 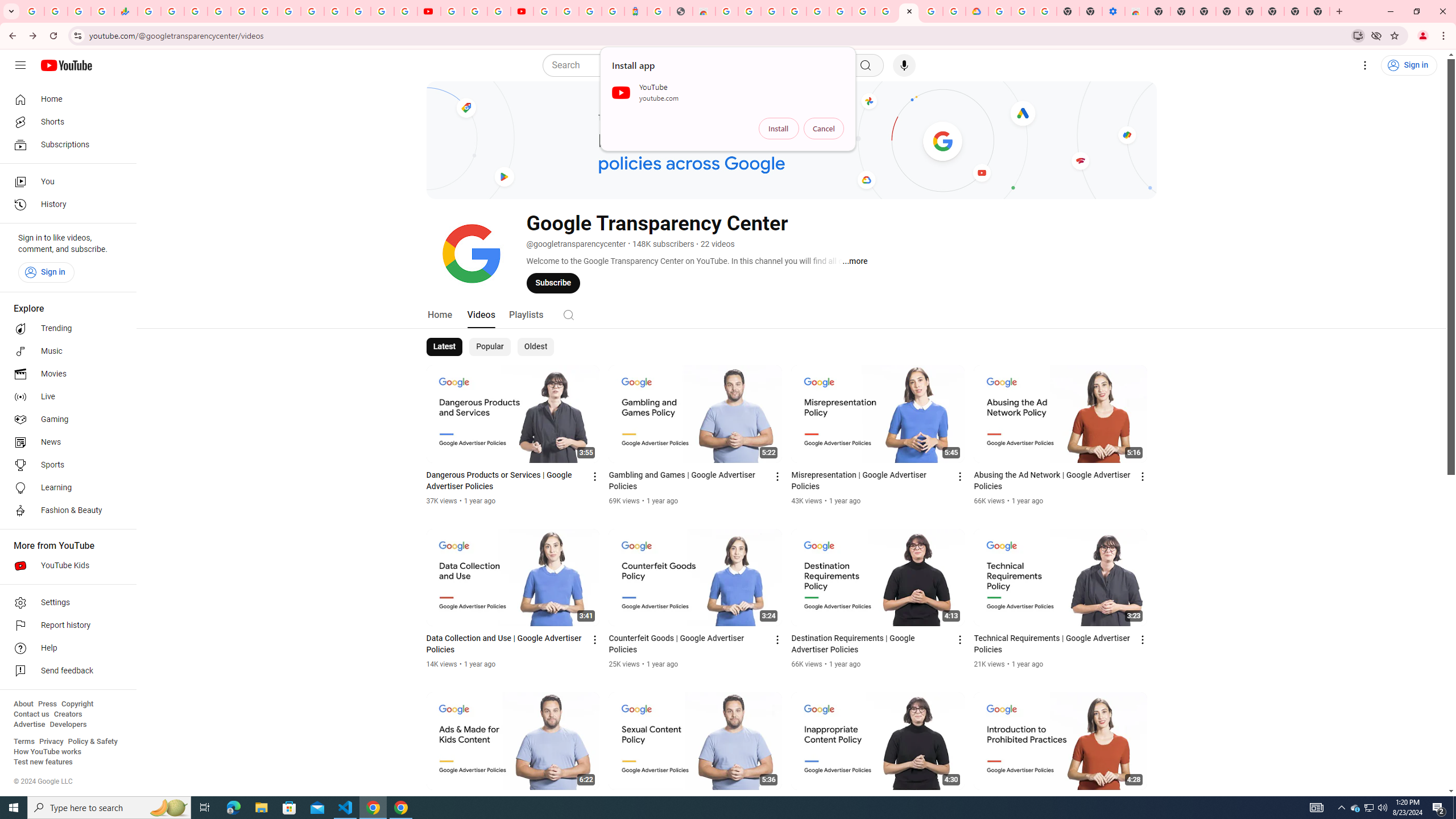 I want to click on 'Subscribe', so click(x=552, y=283).